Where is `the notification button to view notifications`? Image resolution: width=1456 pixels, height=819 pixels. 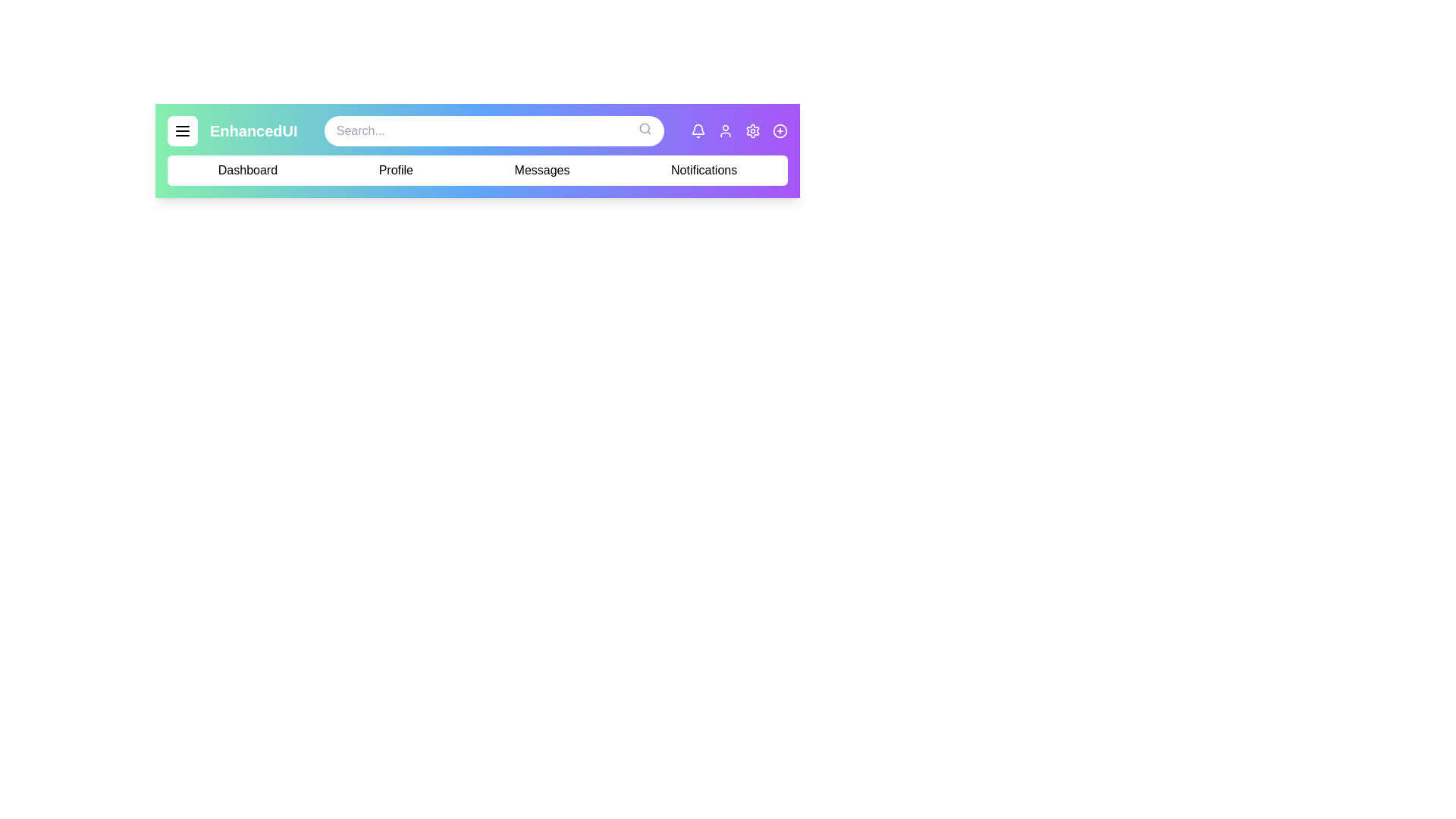
the notification button to view notifications is located at coordinates (697, 130).